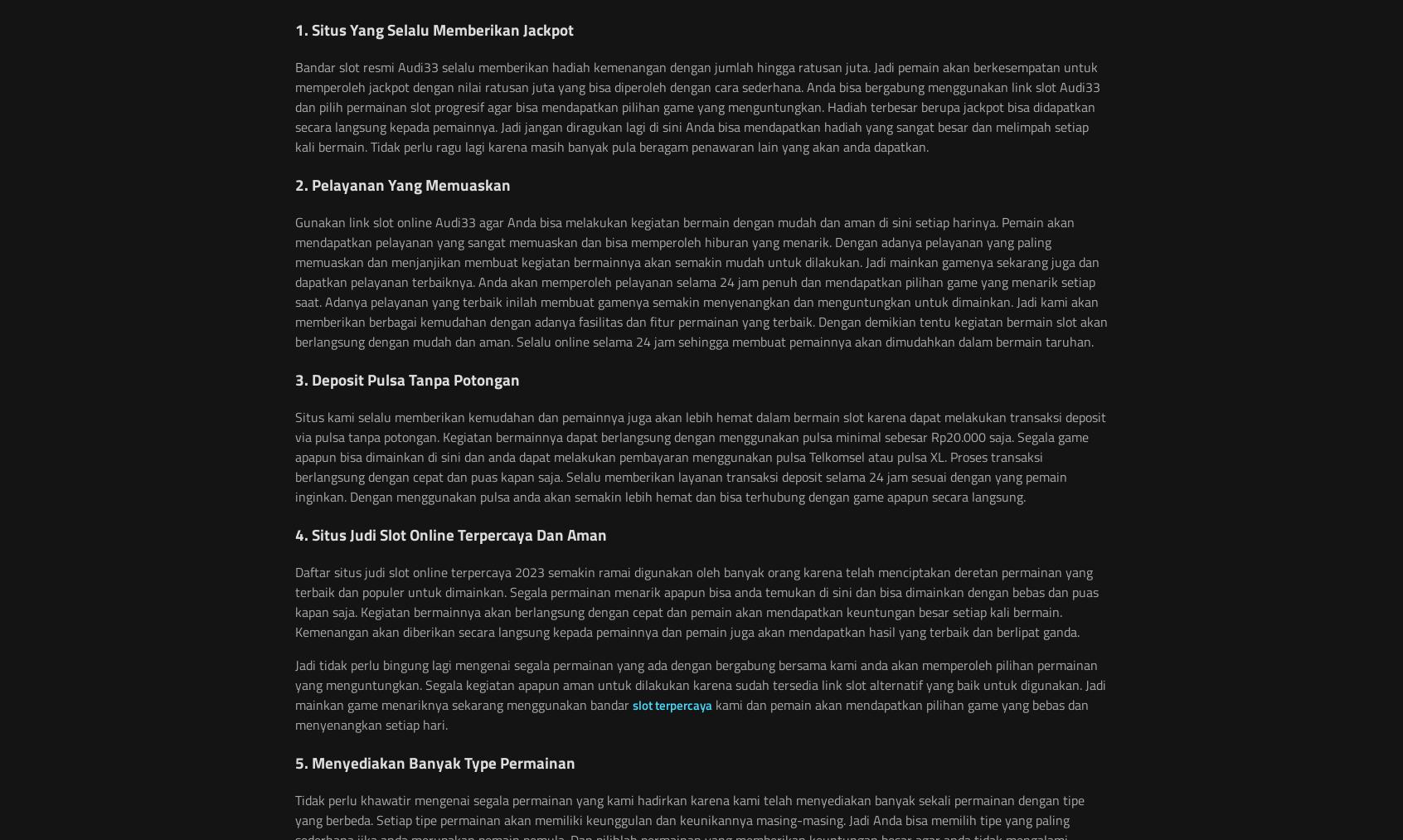 This screenshot has width=1403, height=840. What do you see at coordinates (434, 28) in the screenshot?
I see `'1. Situs Yang Selalu Memberikan Jackpot'` at bounding box center [434, 28].